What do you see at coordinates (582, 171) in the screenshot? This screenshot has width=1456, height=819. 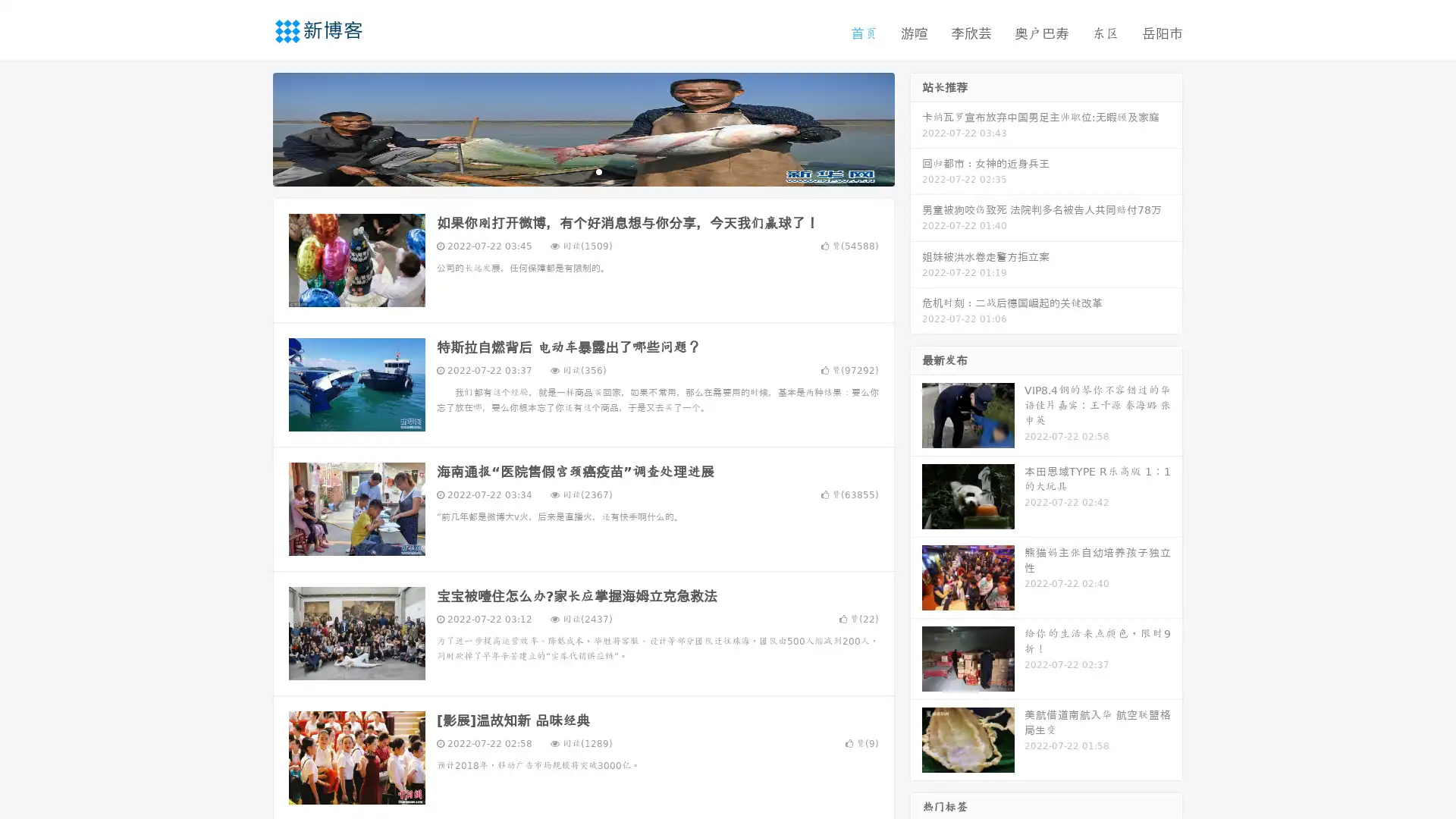 I see `Go to slide 2` at bounding box center [582, 171].